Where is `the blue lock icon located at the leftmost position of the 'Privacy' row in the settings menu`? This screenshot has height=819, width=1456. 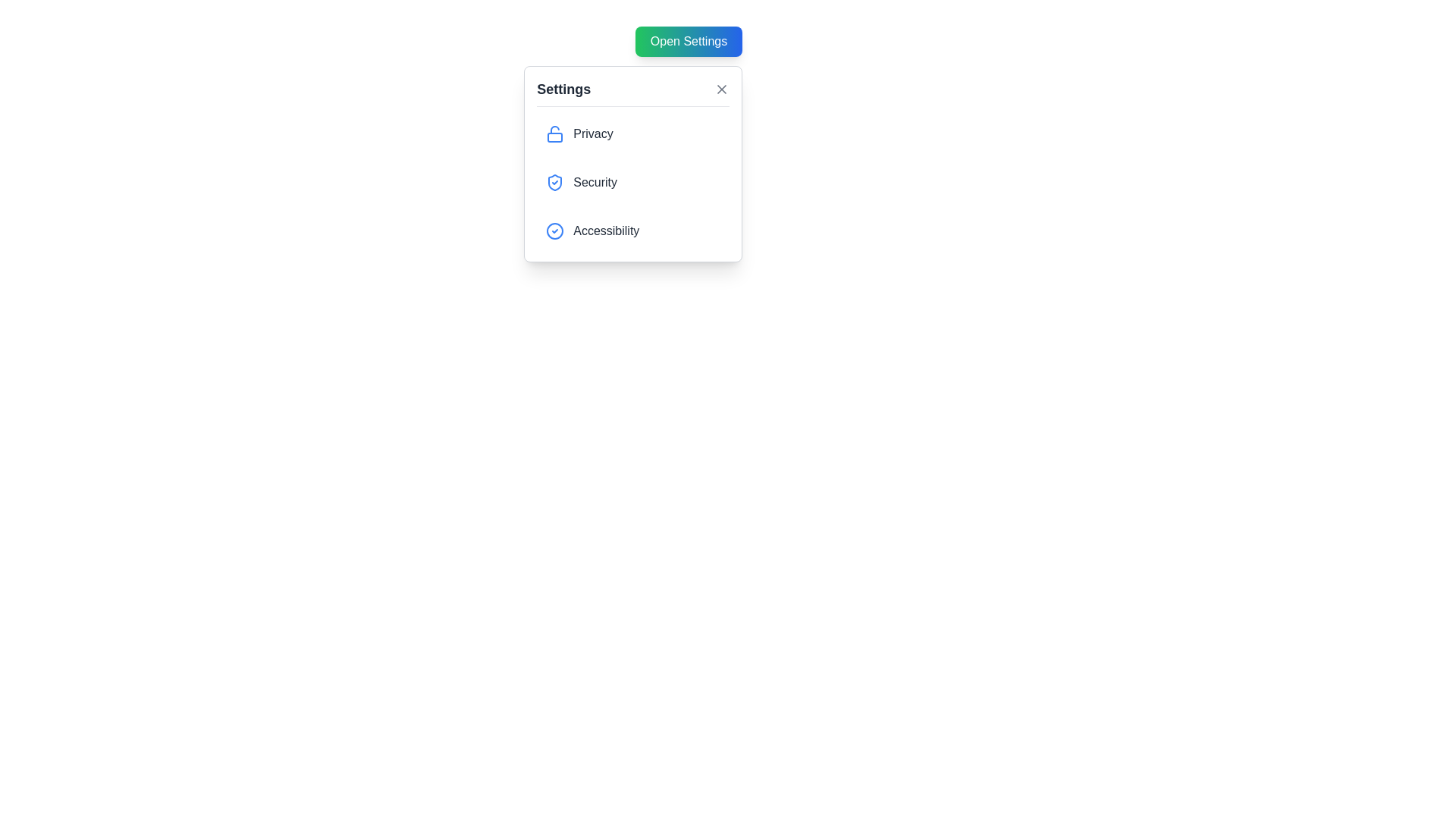
the blue lock icon located at the leftmost position of the 'Privacy' row in the settings menu is located at coordinates (554, 133).